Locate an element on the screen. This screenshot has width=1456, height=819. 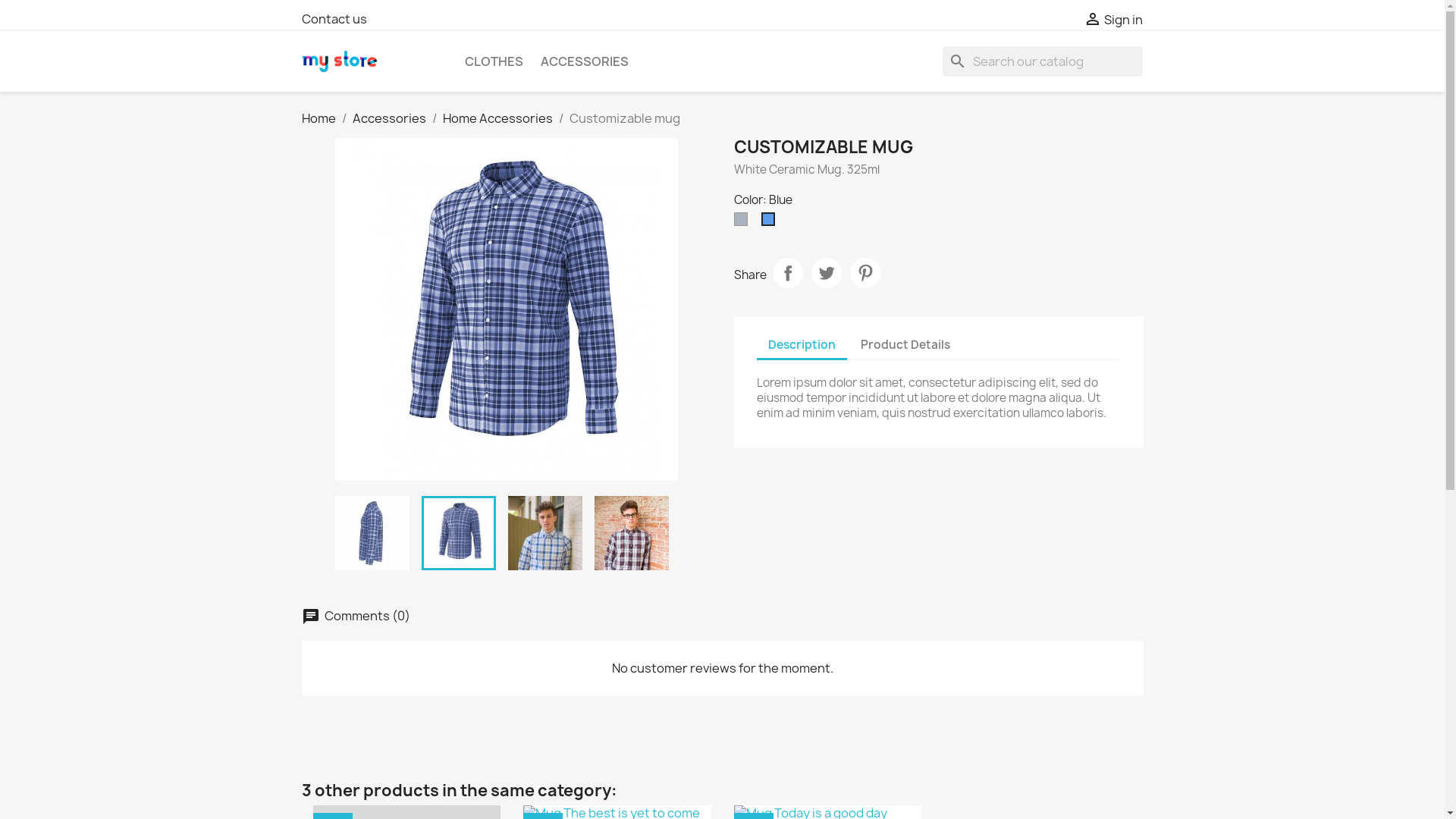
'Home Accessories' is located at coordinates (497, 117).